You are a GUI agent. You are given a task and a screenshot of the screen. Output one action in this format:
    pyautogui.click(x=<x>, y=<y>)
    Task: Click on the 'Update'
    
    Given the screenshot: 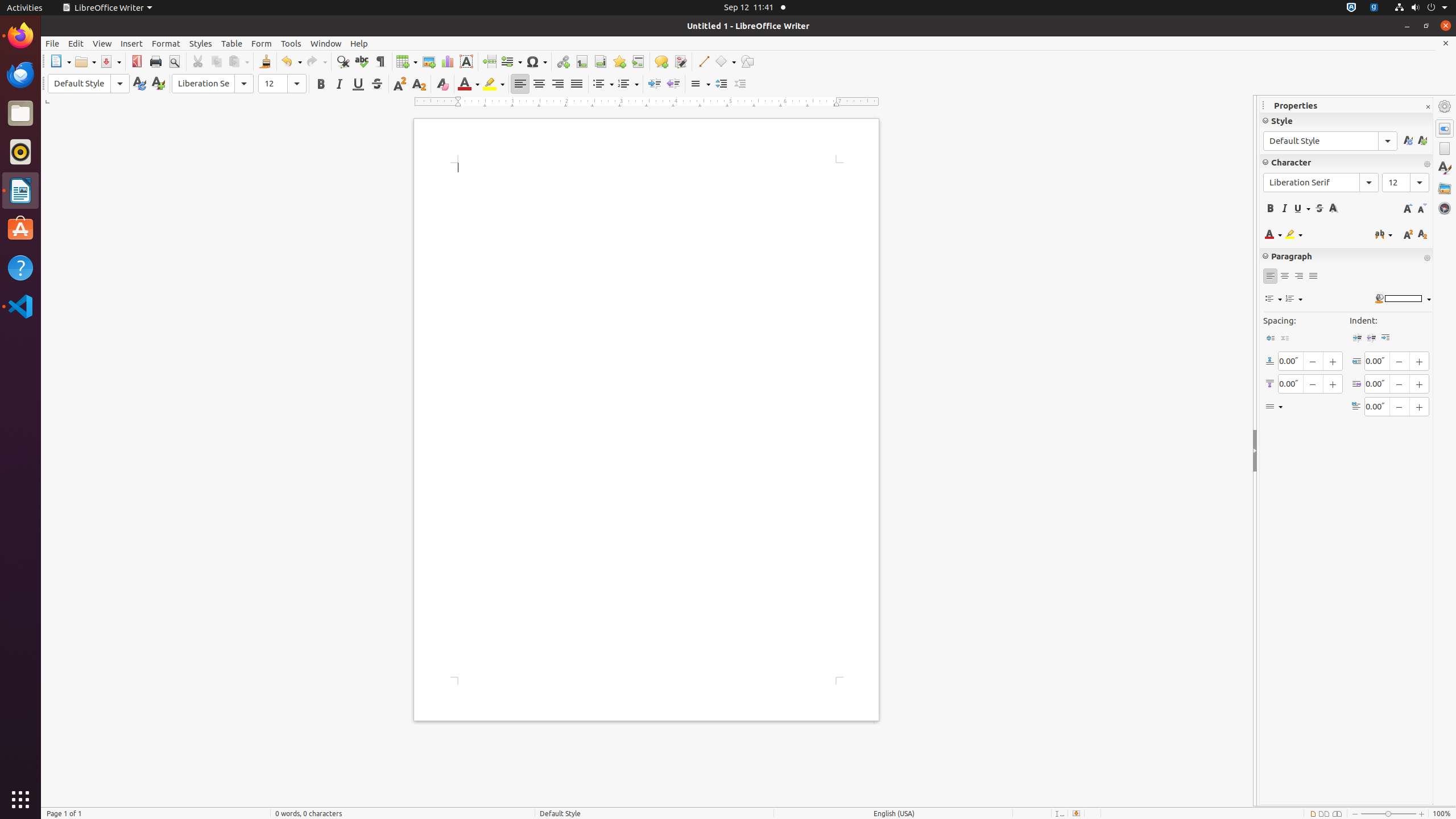 What is the action you would take?
    pyautogui.click(x=139, y=83)
    